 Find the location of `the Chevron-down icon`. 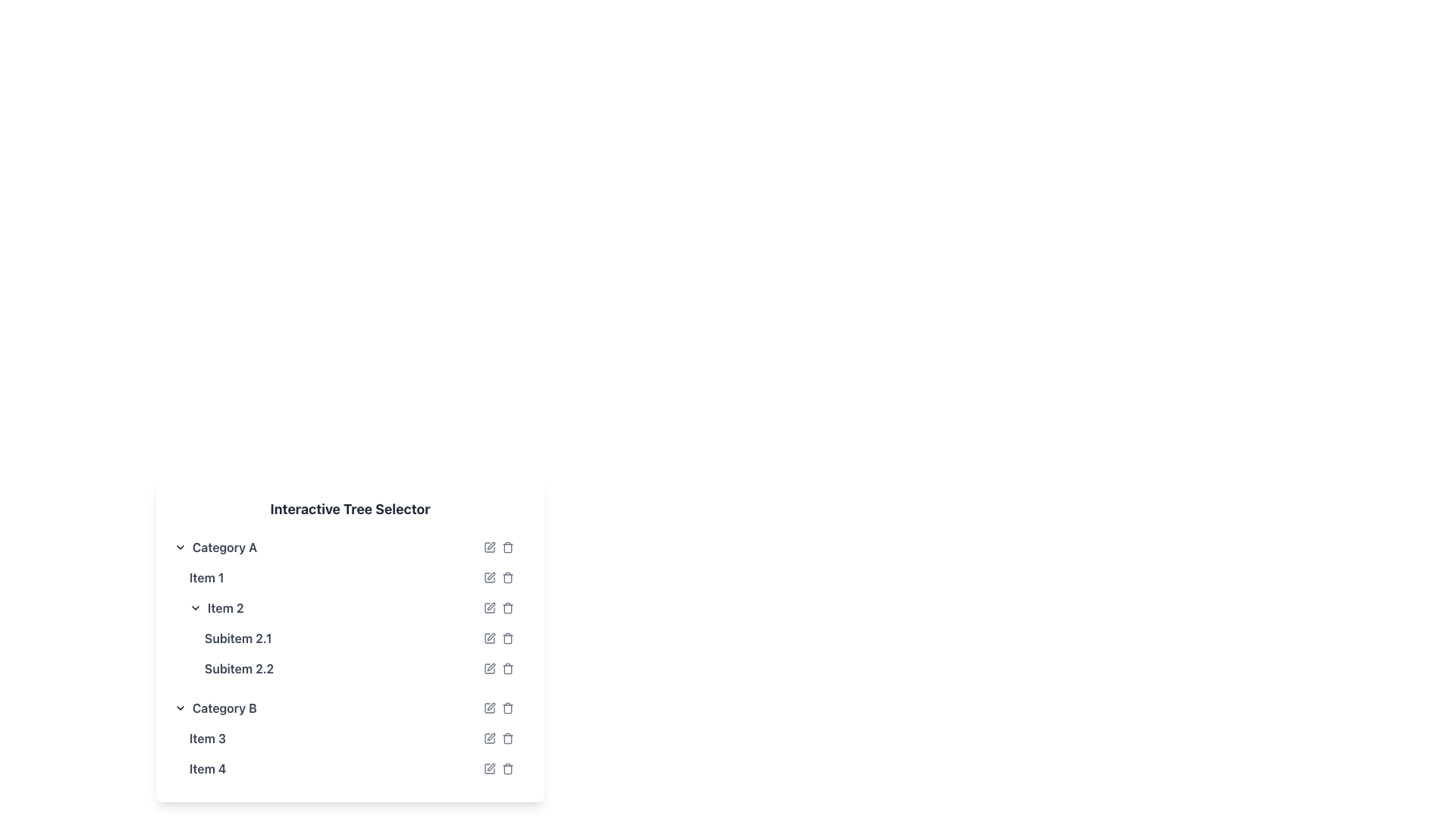

the Chevron-down icon is located at coordinates (195, 607).